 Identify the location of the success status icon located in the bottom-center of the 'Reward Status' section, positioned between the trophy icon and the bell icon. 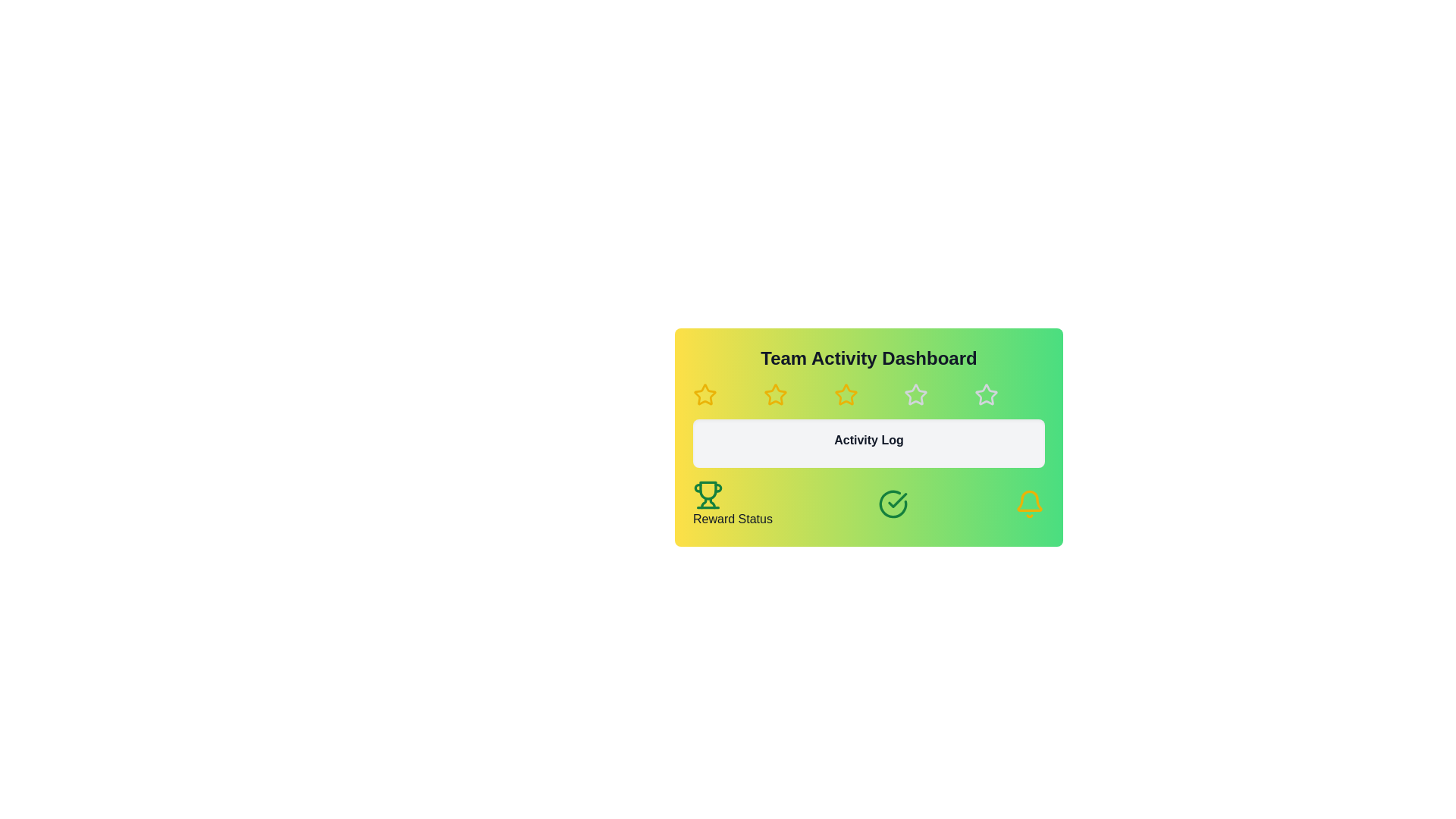
(893, 504).